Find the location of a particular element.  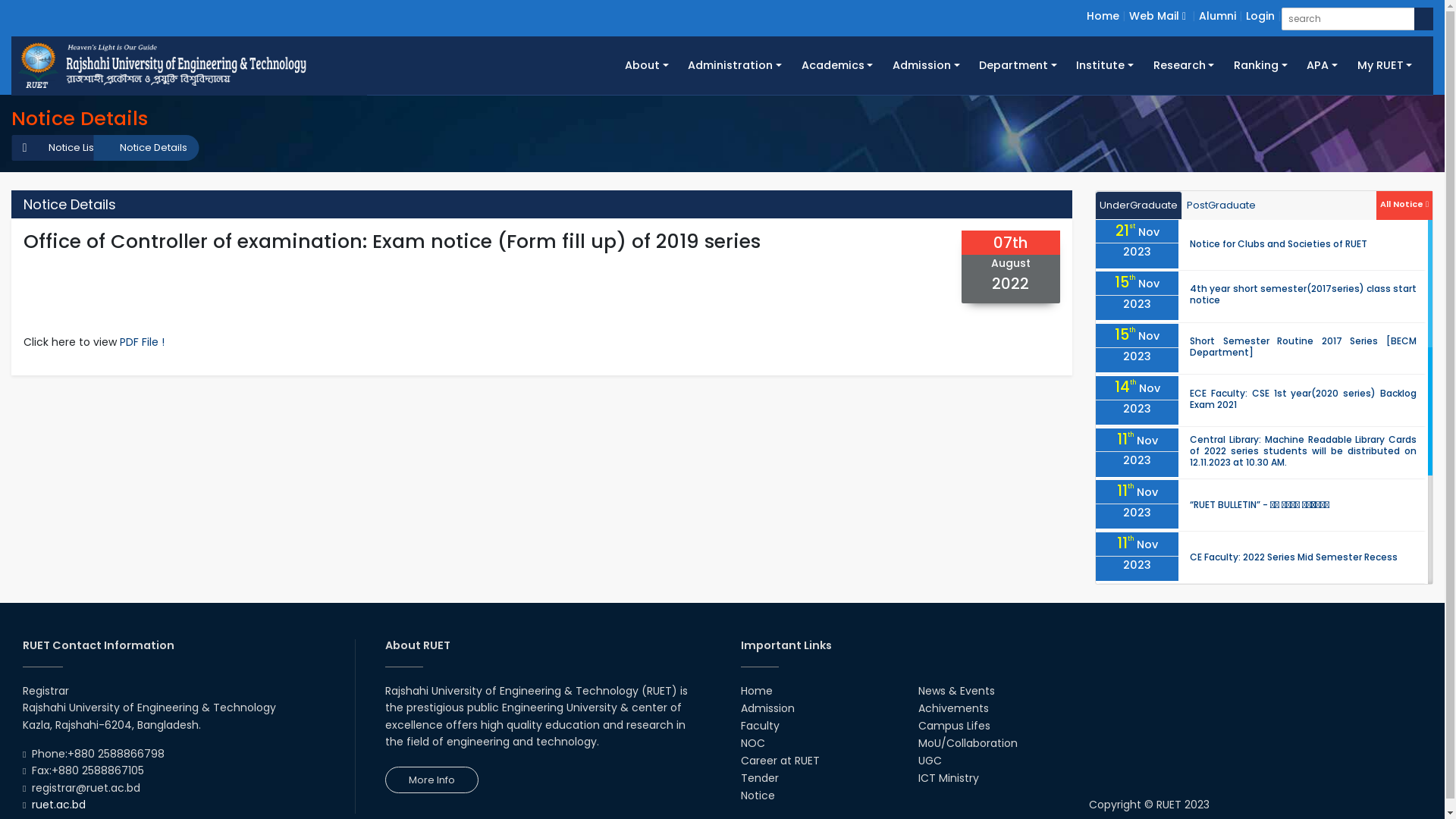

'CE Faculty: 2022 Series Mid Semester Recess' is located at coordinates (1292, 557).